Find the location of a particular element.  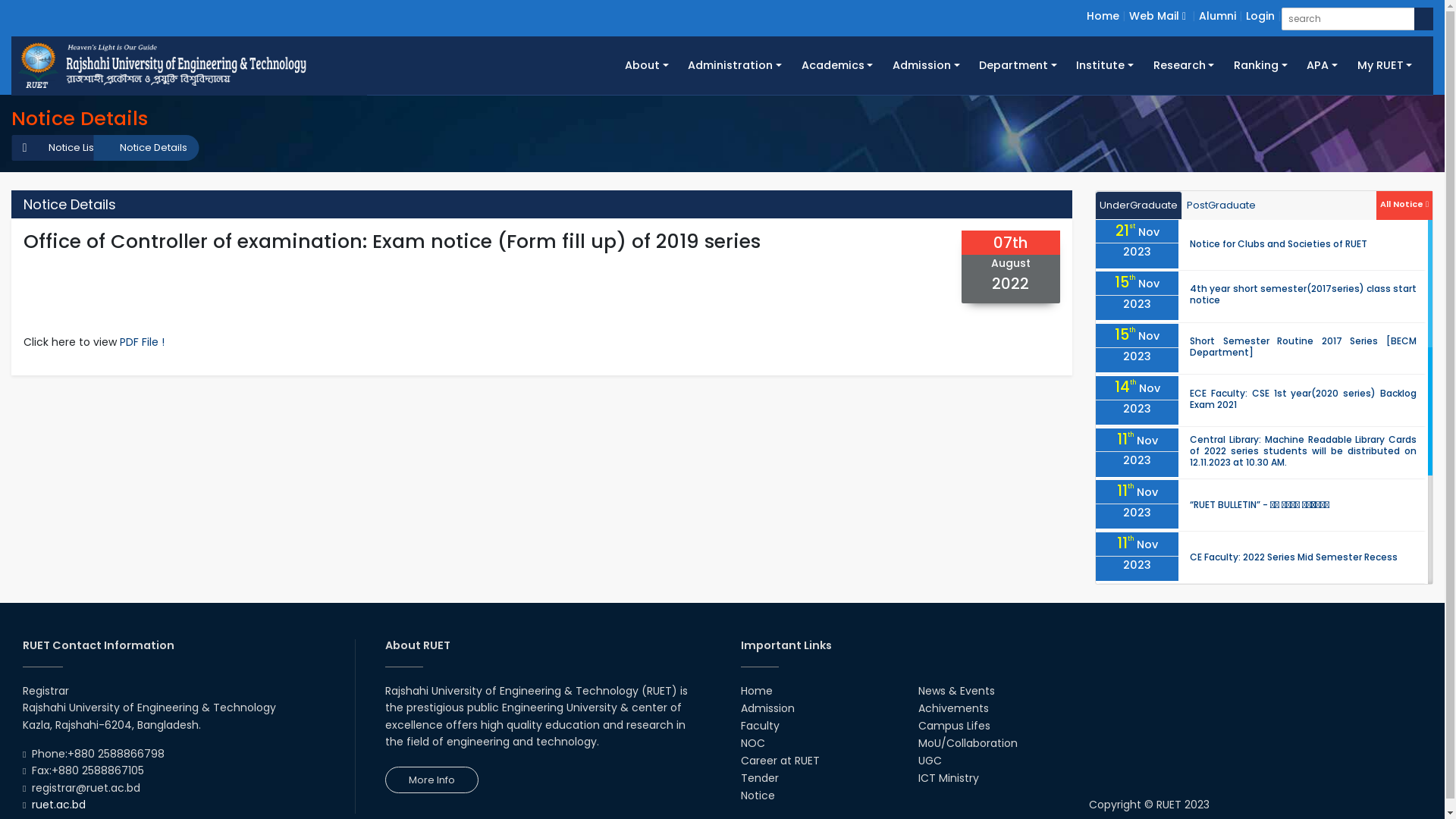

'CE Faculty: 2022 Series Mid Semester Recess' is located at coordinates (1292, 557).